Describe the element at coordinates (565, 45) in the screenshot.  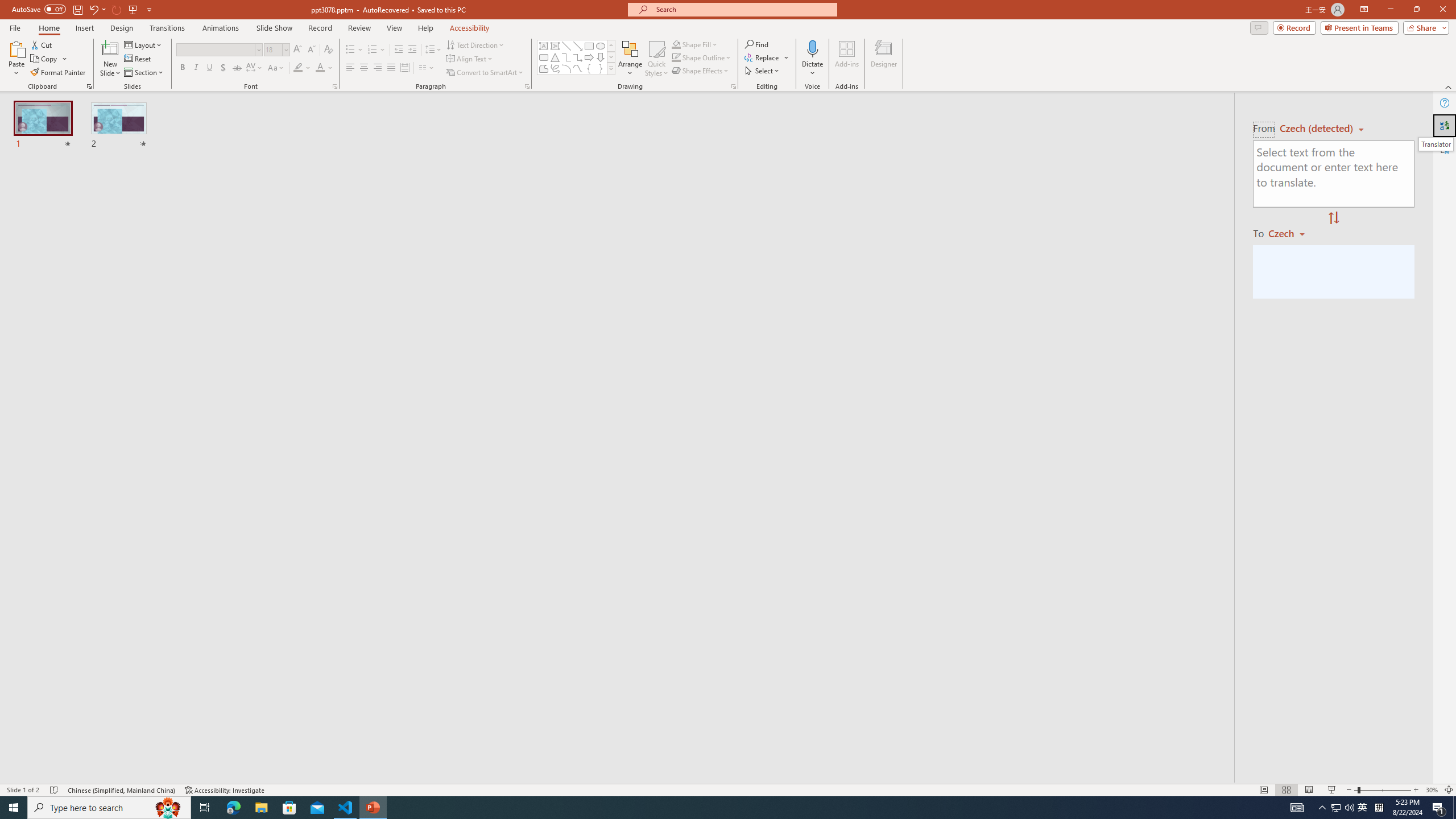
I see `'Line'` at that location.